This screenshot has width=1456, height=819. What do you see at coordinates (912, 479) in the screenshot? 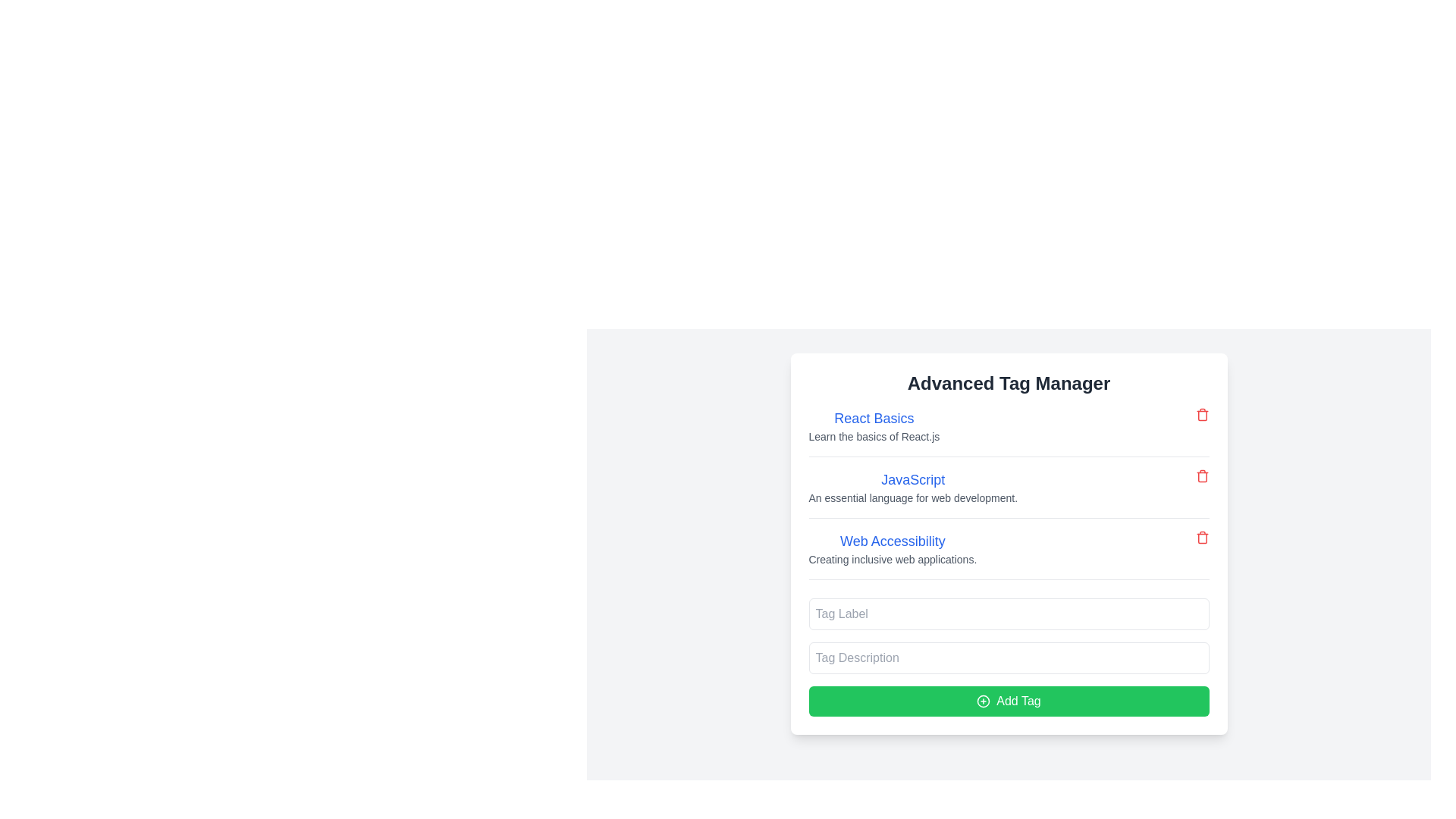
I see `the bold, blue text label that reads 'JavaScript' located in the second section of the 'Advanced Tag Manager' interface, above the description 'An essential language for web development.' and below the 'React Basics' section` at bounding box center [912, 479].